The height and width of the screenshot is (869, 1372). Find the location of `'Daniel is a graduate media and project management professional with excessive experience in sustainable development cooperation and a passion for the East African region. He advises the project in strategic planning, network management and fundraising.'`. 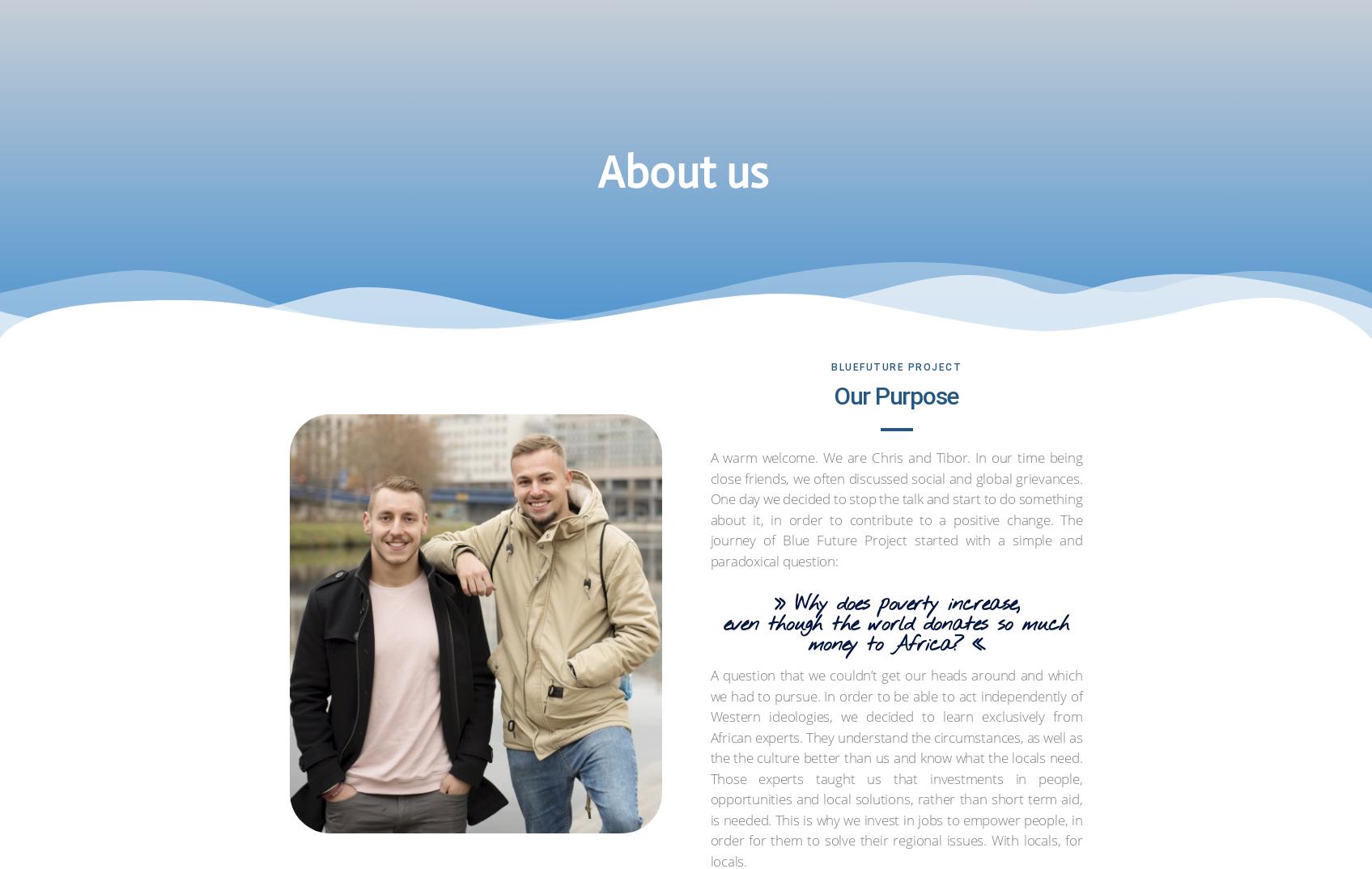

'Daniel is a graduate media and project management professional with excessive experience in sustainable development cooperation and a passion for the East African region. He advises the project in strategic planning, network management and fundraising.' is located at coordinates (915, 608).